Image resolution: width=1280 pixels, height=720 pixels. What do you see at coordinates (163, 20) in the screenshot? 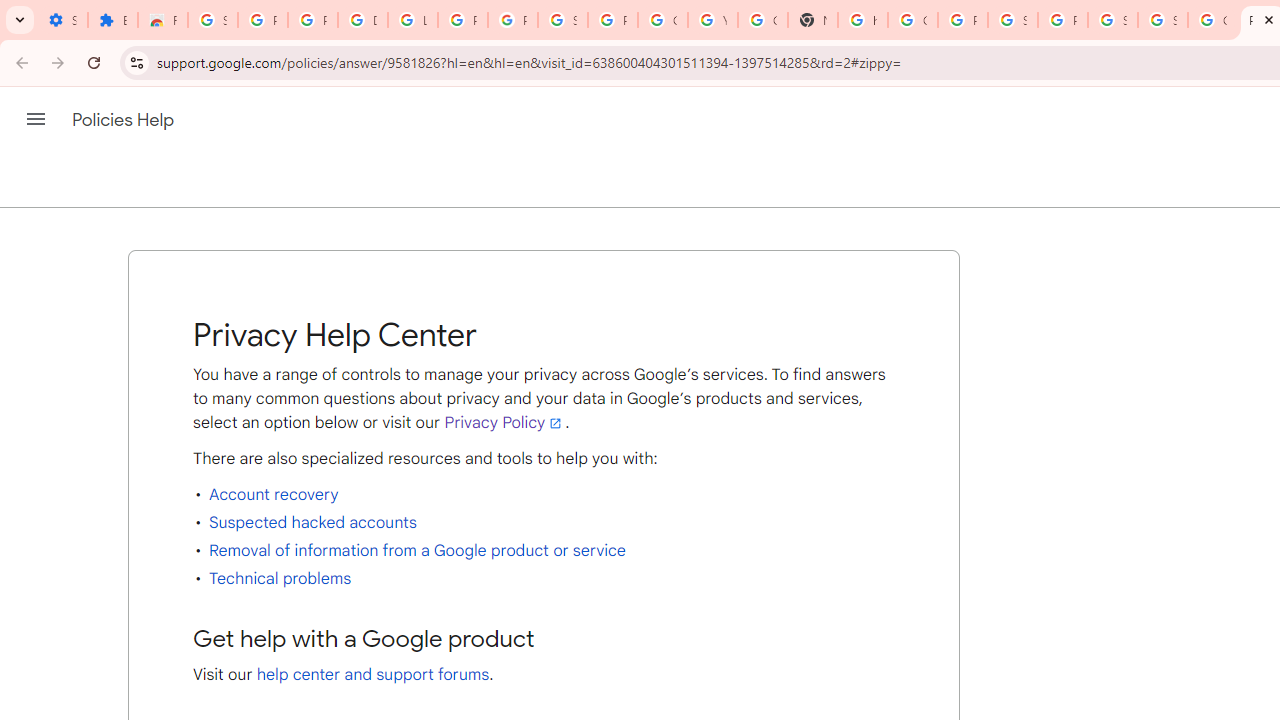
I see `'Reviews: Helix Fruit Jump Arcade Game'` at bounding box center [163, 20].